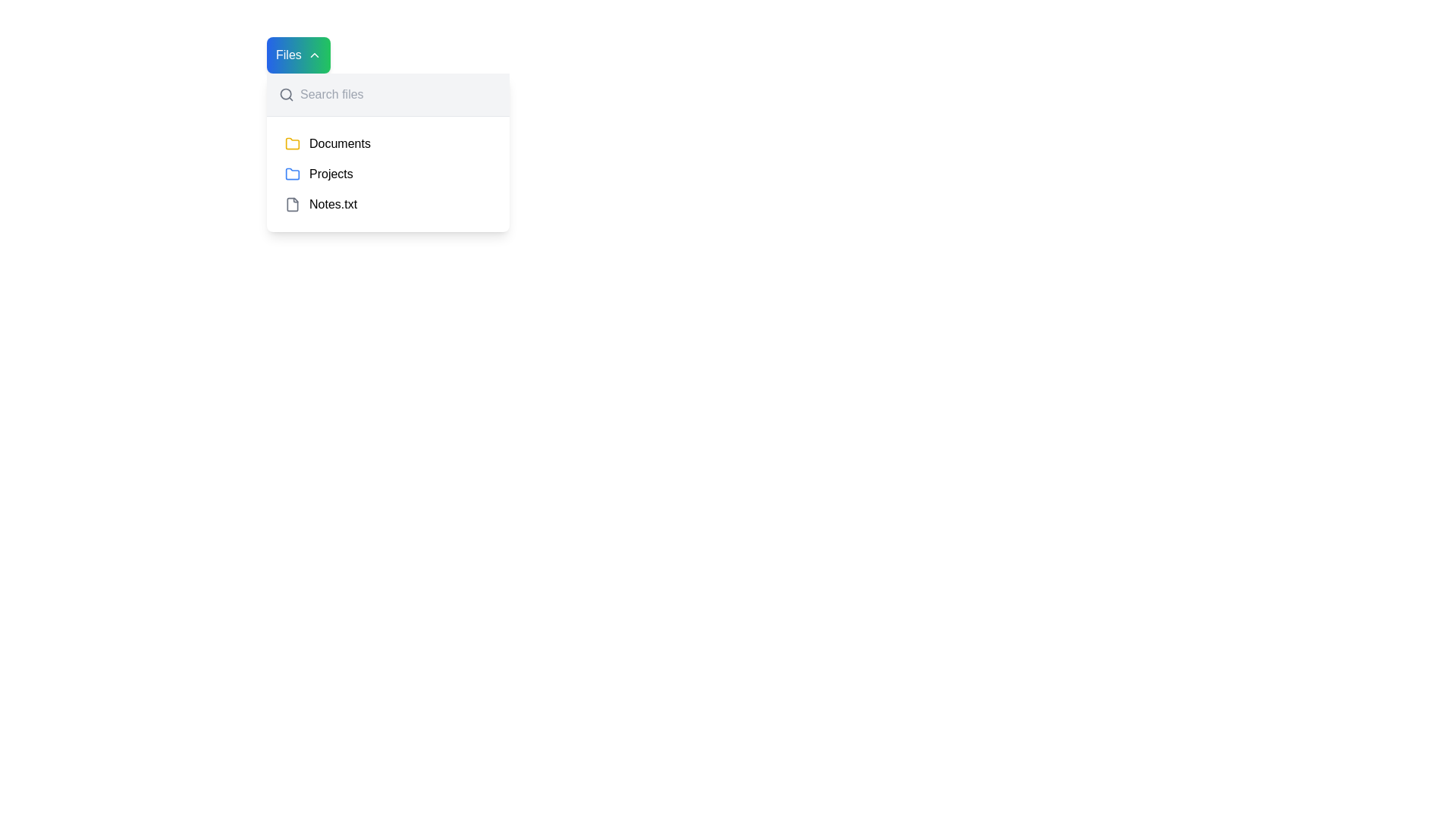 The height and width of the screenshot is (819, 1456). Describe the element at coordinates (388, 152) in the screenshot. I see `the 'Documents' item in the Dropdown menu located at the top-right corner of the application interface` at that location.